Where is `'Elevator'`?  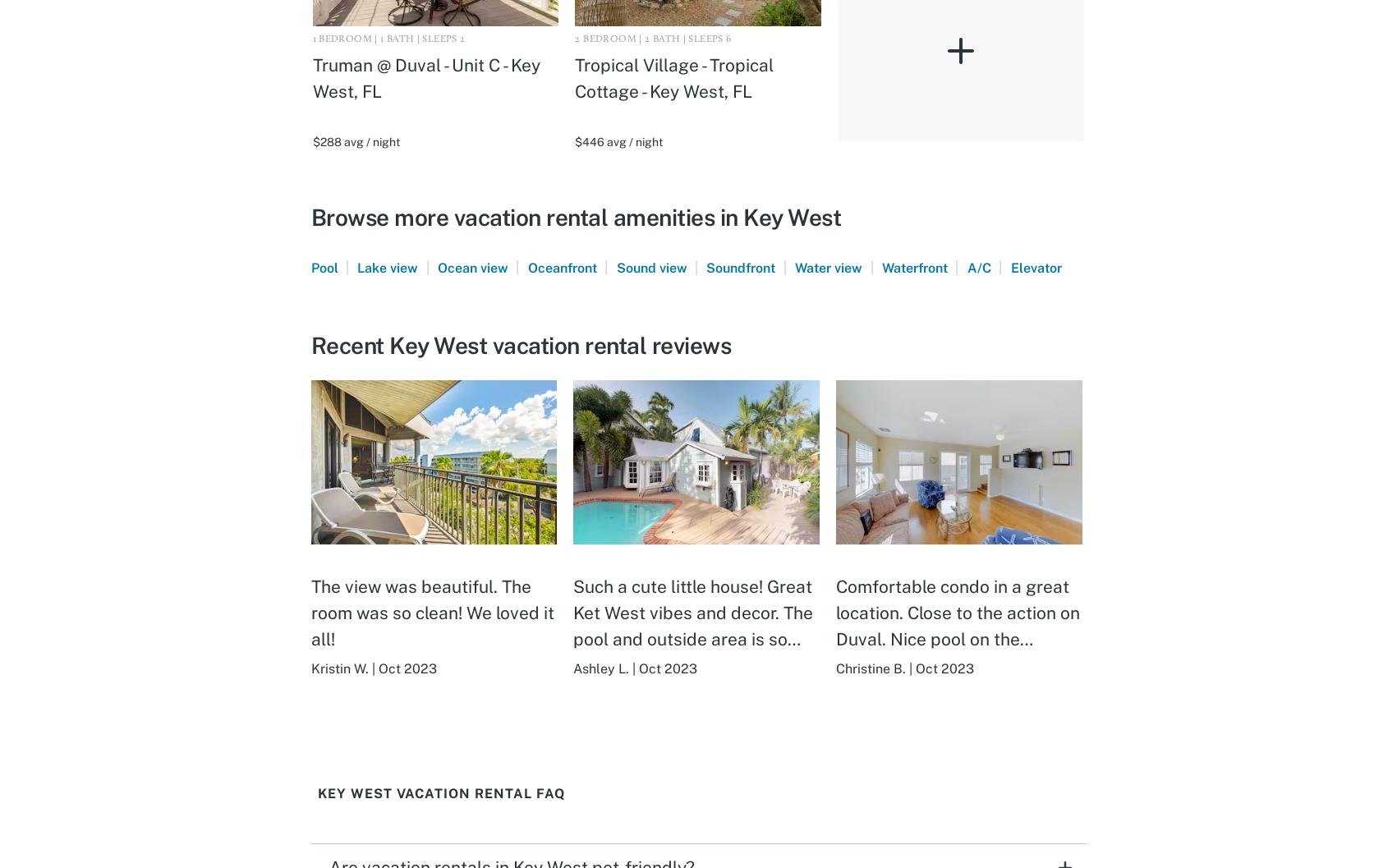
'Elevator' is located at coordinates (1009, 267).